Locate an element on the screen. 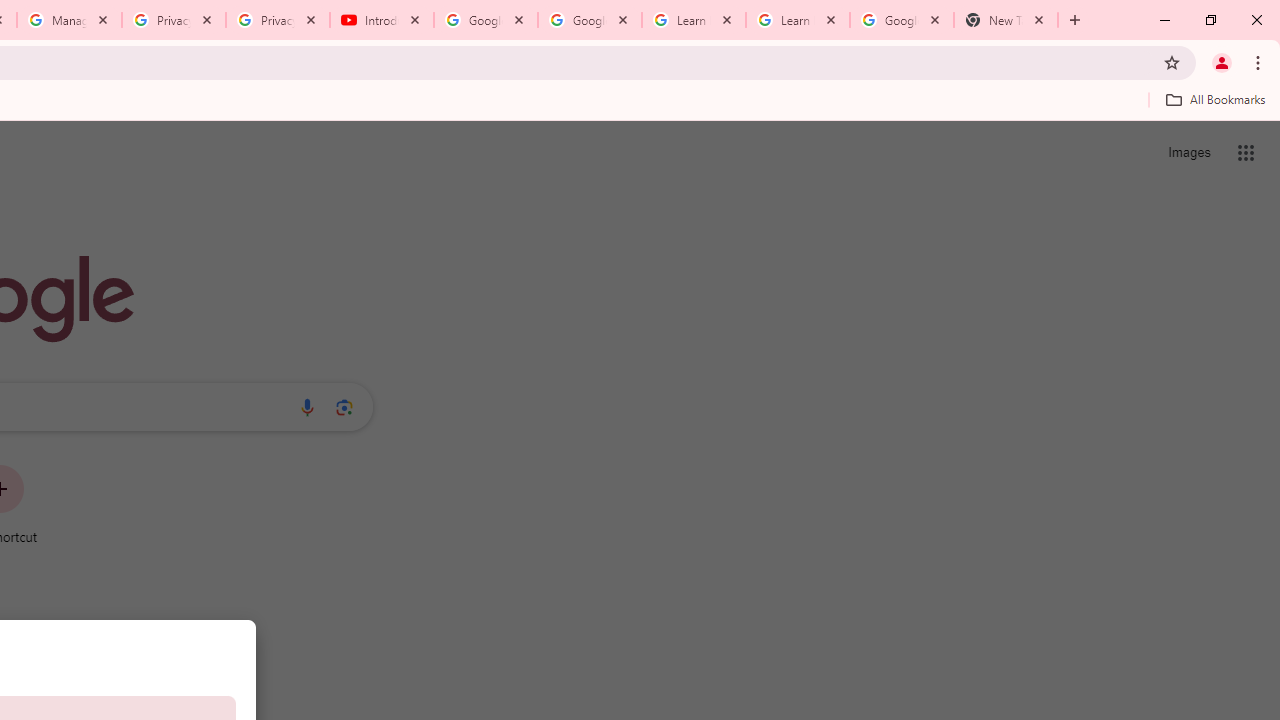 Image resolution: width=1280 pixels, height=720 pixels. 'Introduction | Google Privacy Policy - YouTube' is located at coordinates (382, 20).